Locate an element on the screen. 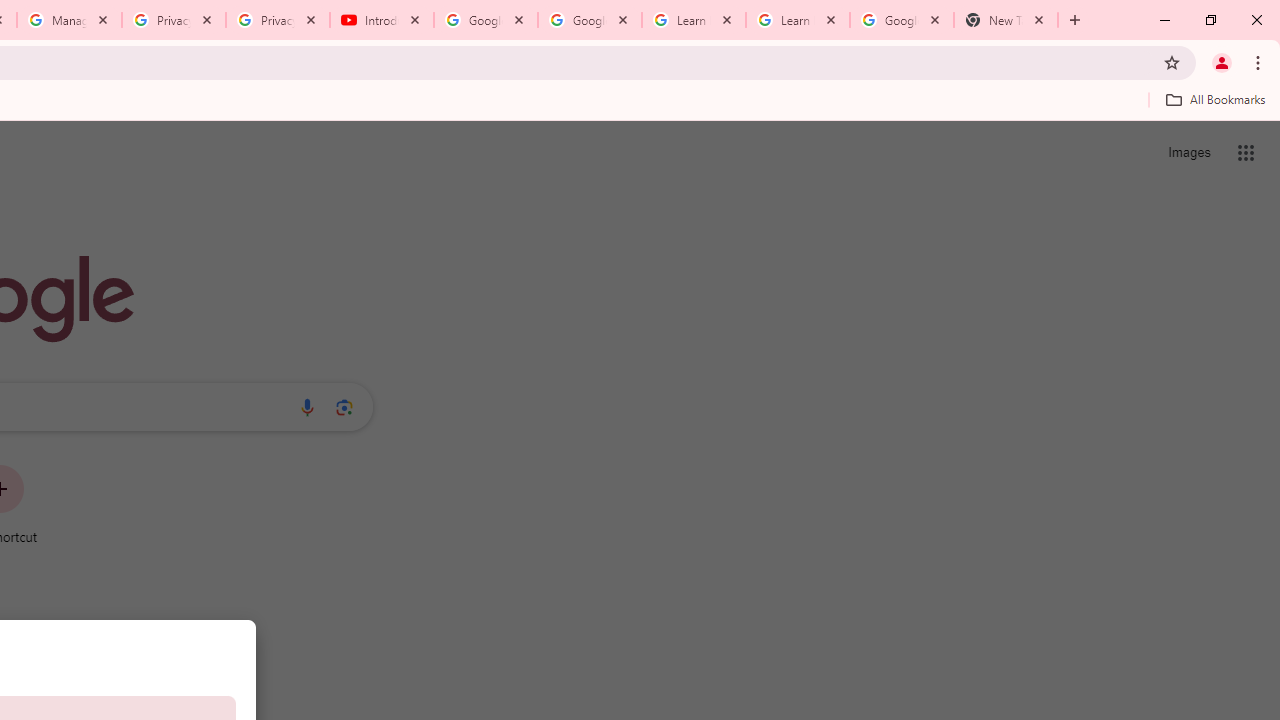 Image resolution: width=1280 pixels, height=720 pixels. 'Introduction | Google Privacy Policy - YouTube' is located at coordinates (382, 20).